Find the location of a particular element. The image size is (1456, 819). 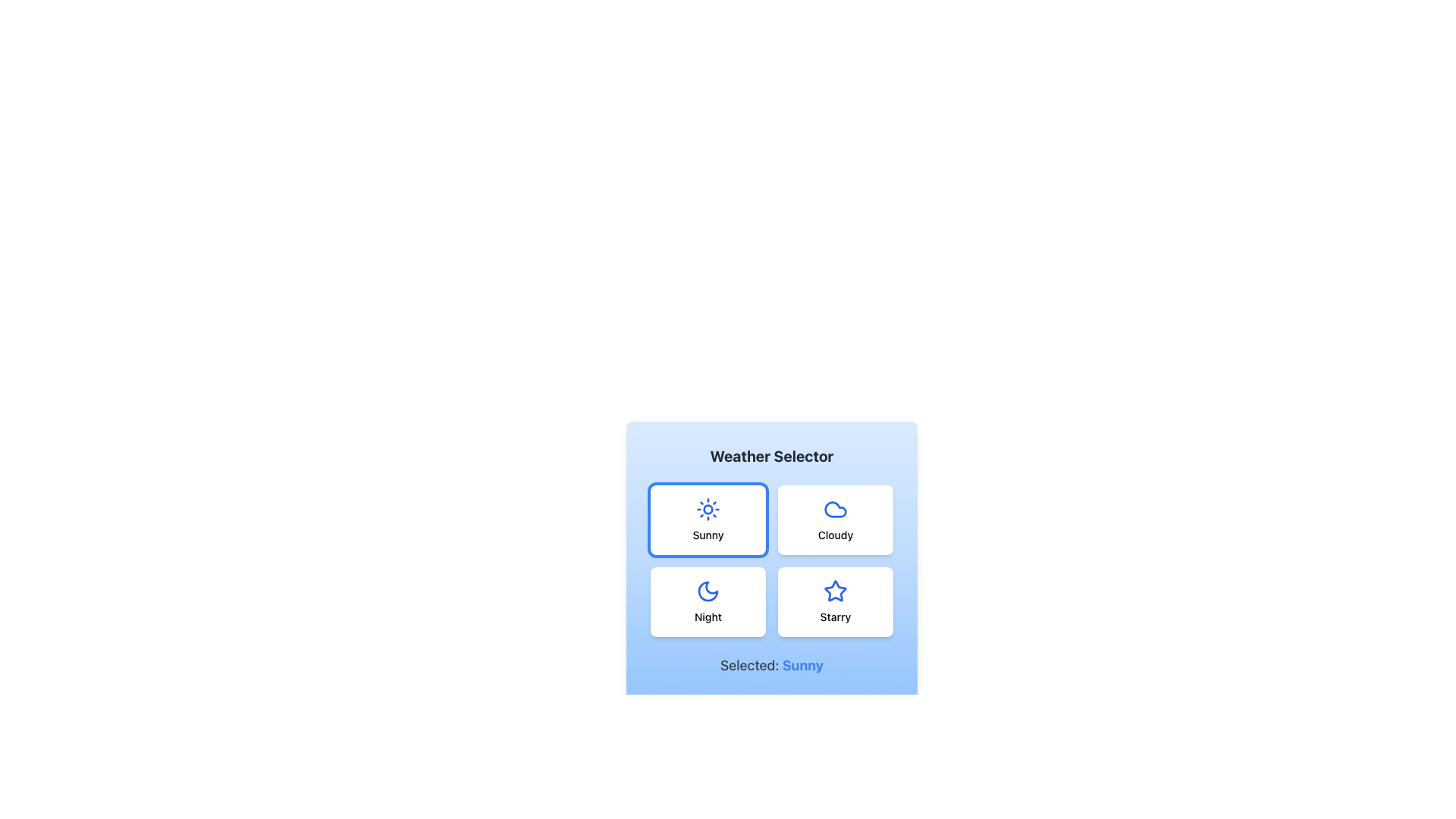

the star-shaped icon in the 'Weather Selector' interface is located at coordinates (835, 590).